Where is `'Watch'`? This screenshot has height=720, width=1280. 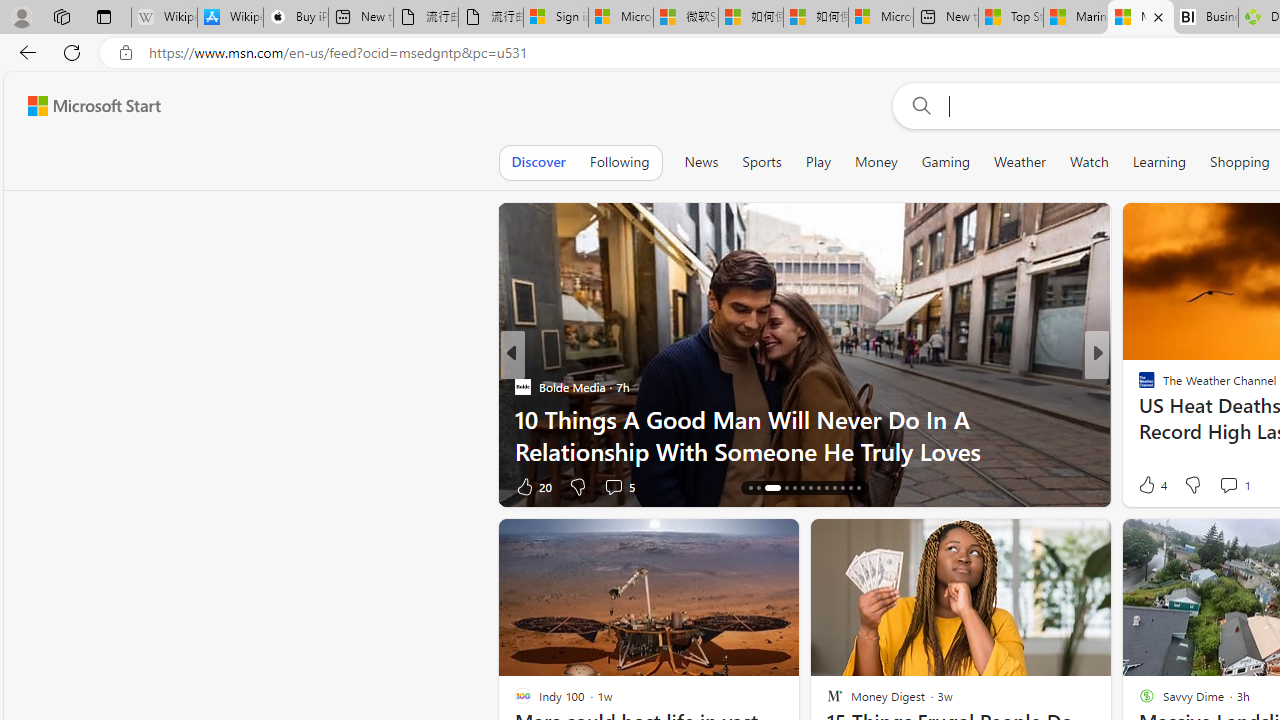
'Watch' is located at coordinates (1088, 161).